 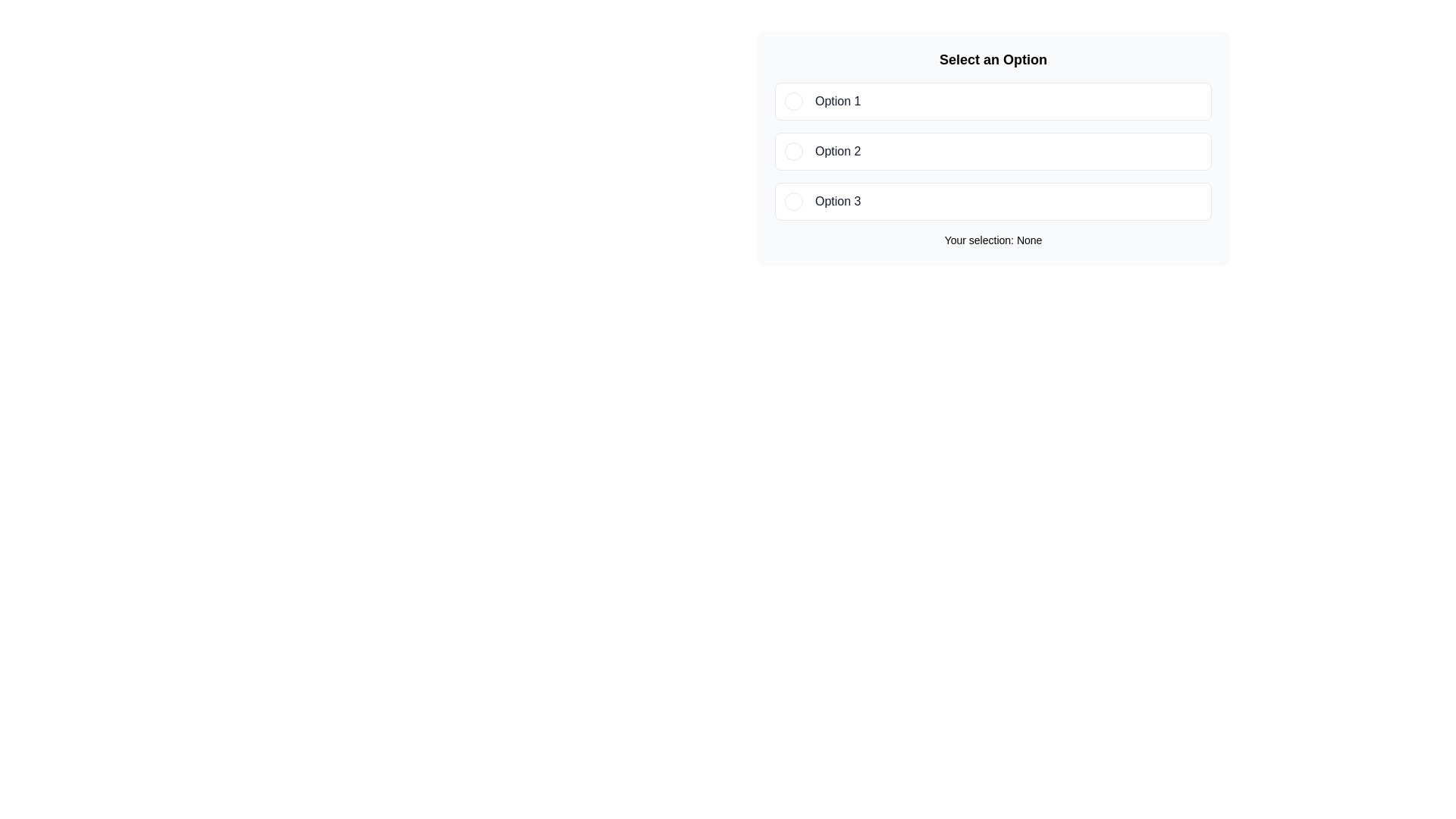 What do you see at coordinates (837, 152) in the screenshot?
I see `text content of the 'Option 2' label, which is displayed in bold black typeface within a bordered rectangle in a vertical list of options` at bounding box center [837, 152].